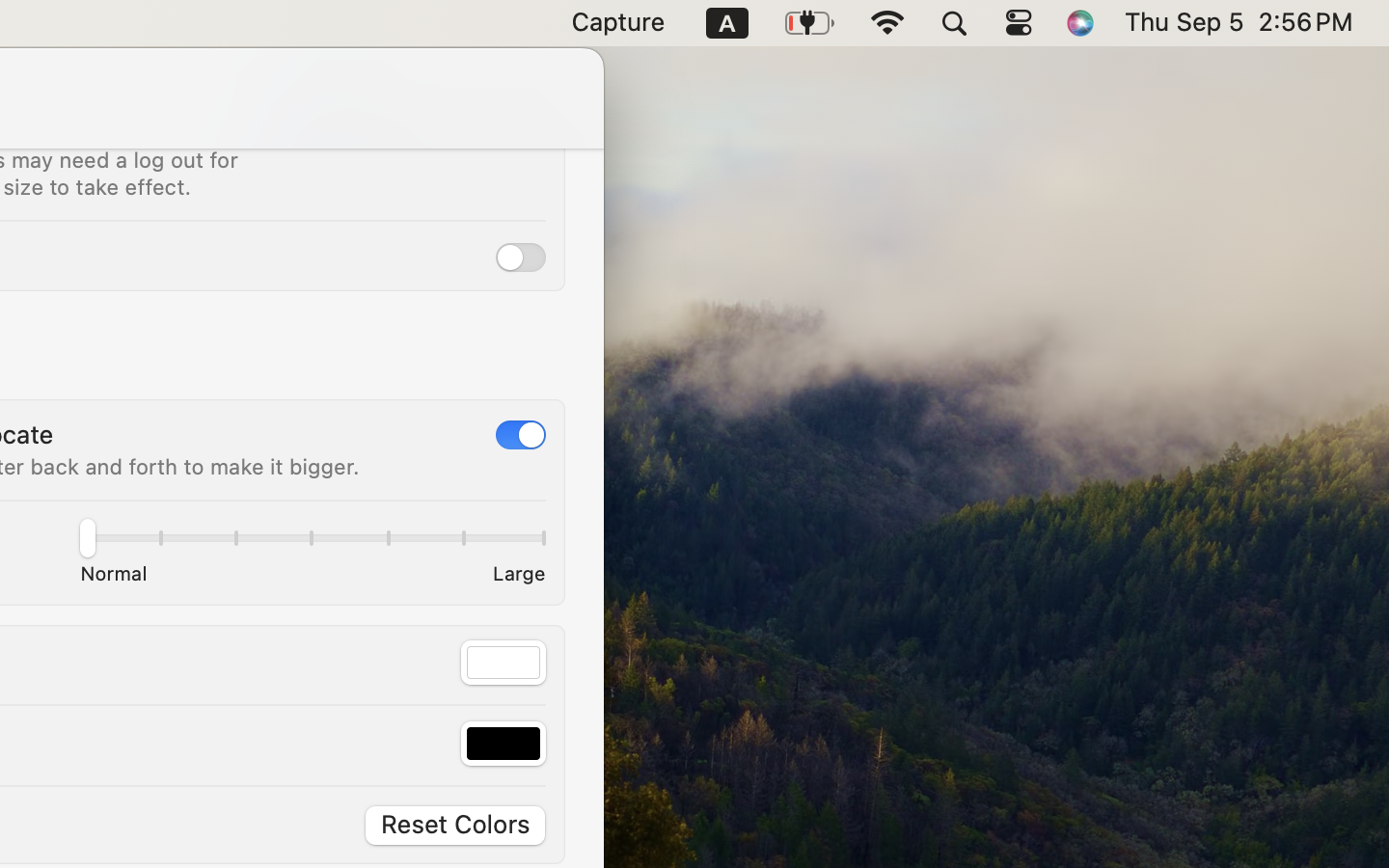 The height and width of the screenshot is (868, 1389). I want to click on '1.0', so click(311, 540).